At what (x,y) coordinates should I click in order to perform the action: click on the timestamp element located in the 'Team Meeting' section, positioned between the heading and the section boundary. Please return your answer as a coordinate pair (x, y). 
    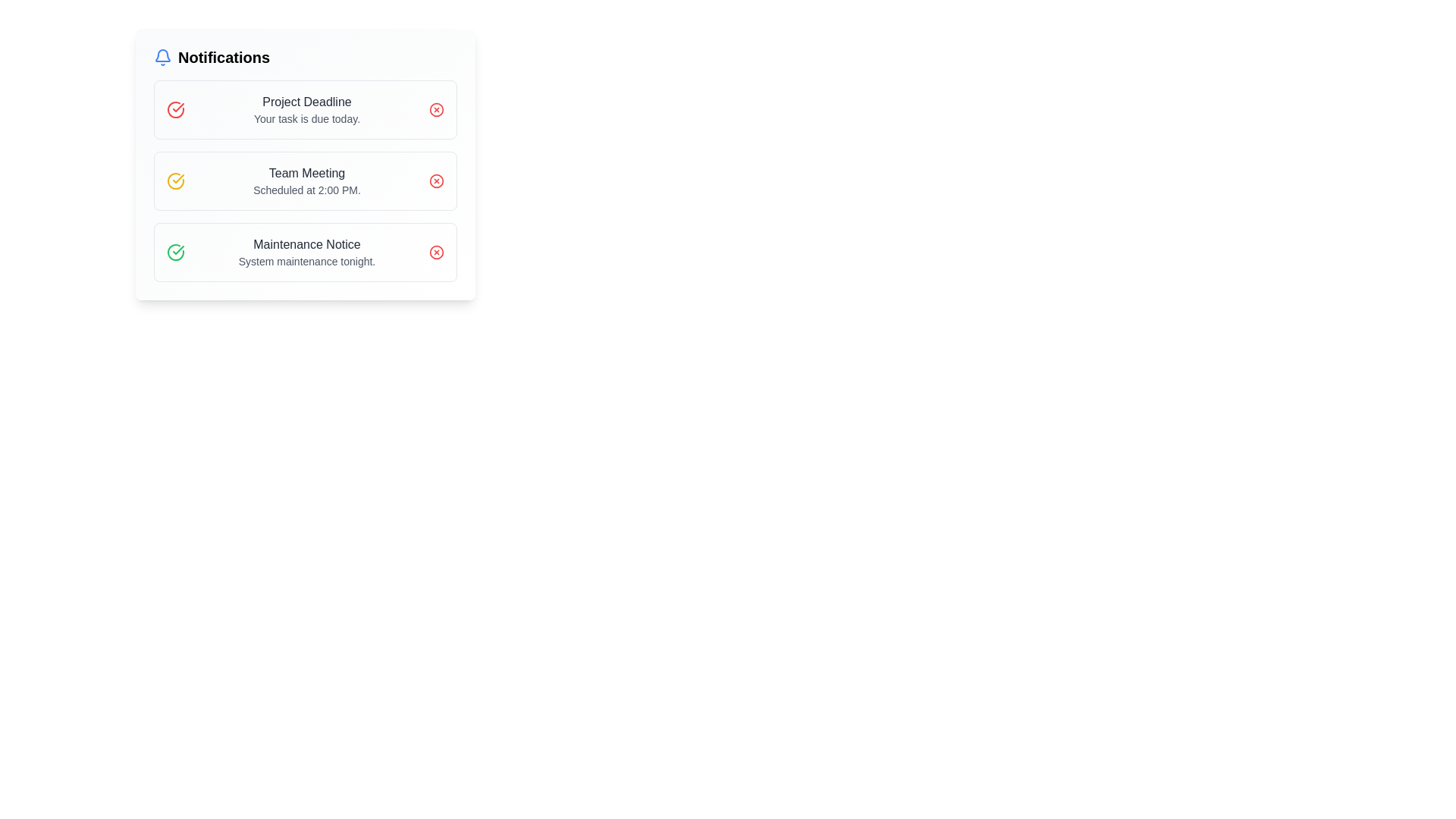
    Looking at the image, I should click on (306, 189).